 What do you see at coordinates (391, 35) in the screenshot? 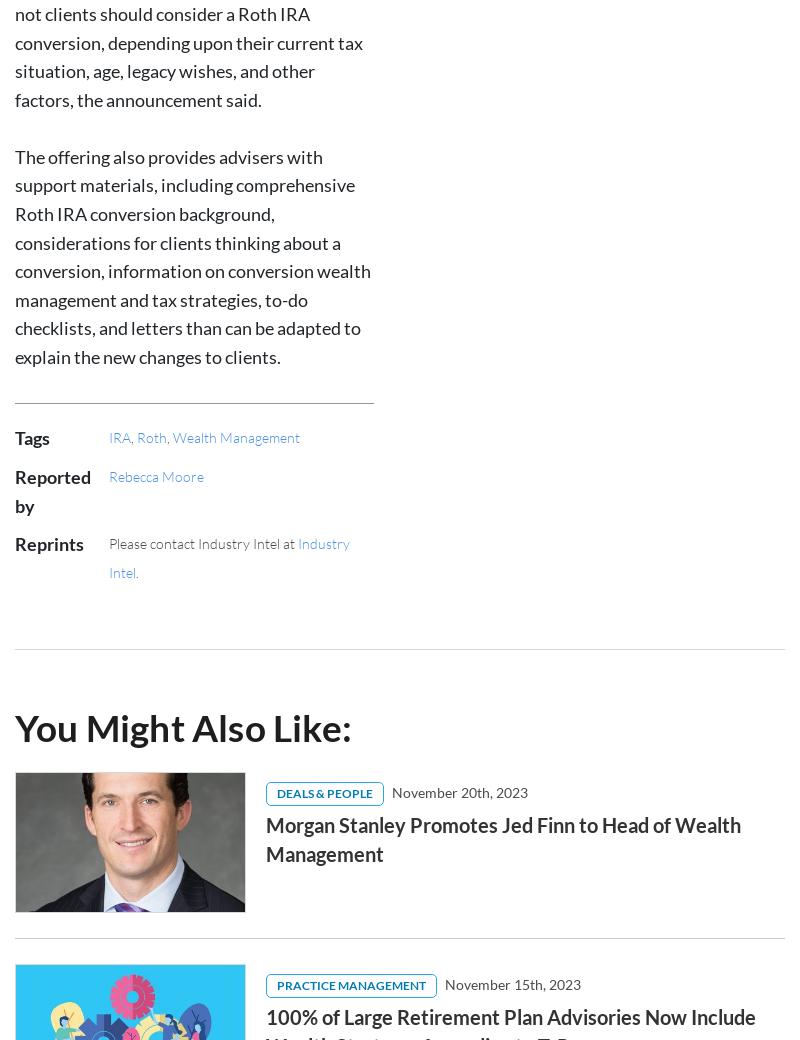
I see `'November 20th, 2023'` at bounding box center [391, 35].